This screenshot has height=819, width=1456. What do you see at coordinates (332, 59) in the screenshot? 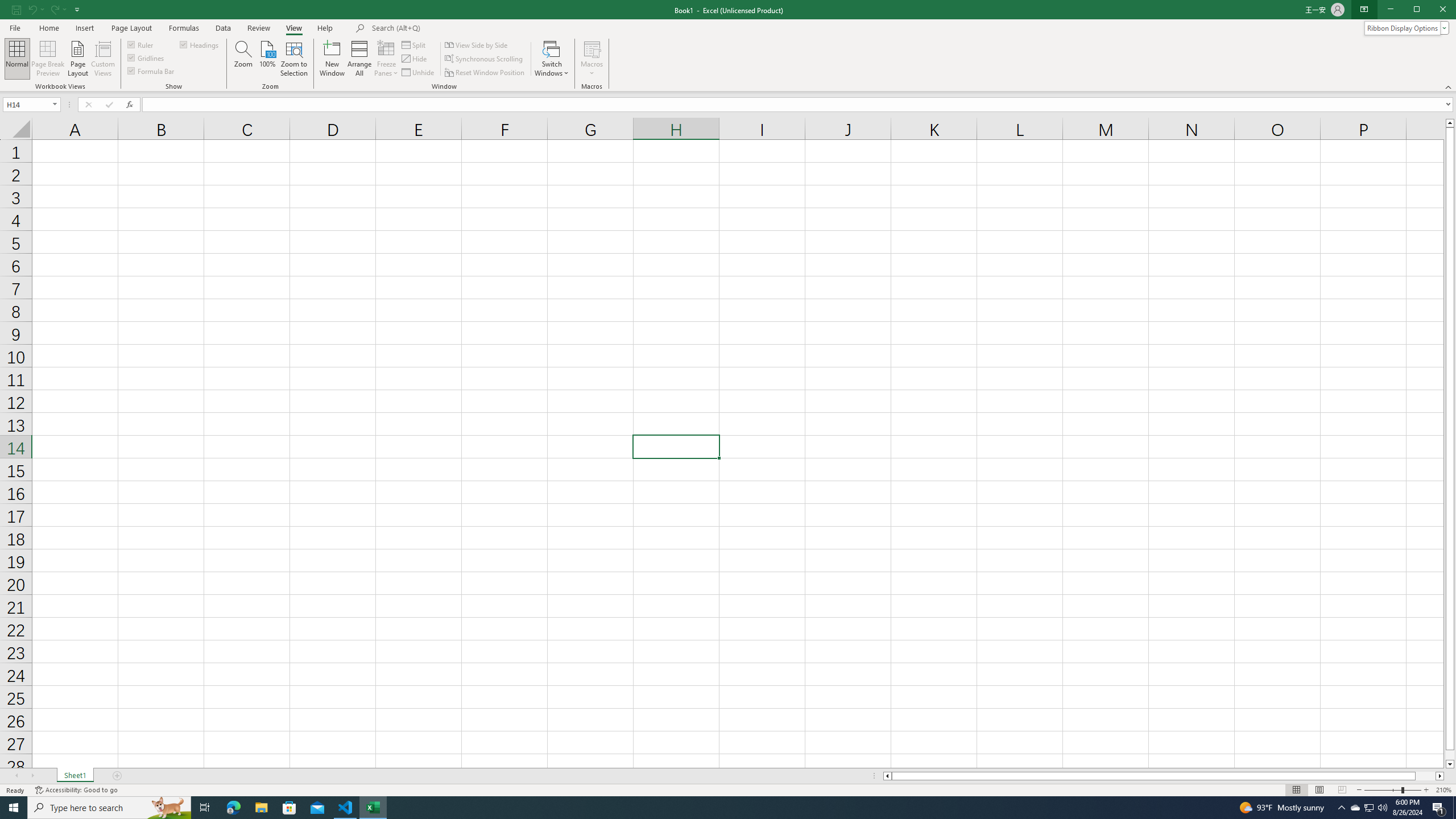
I see `'New Window'` at bounding box center [332, 59].